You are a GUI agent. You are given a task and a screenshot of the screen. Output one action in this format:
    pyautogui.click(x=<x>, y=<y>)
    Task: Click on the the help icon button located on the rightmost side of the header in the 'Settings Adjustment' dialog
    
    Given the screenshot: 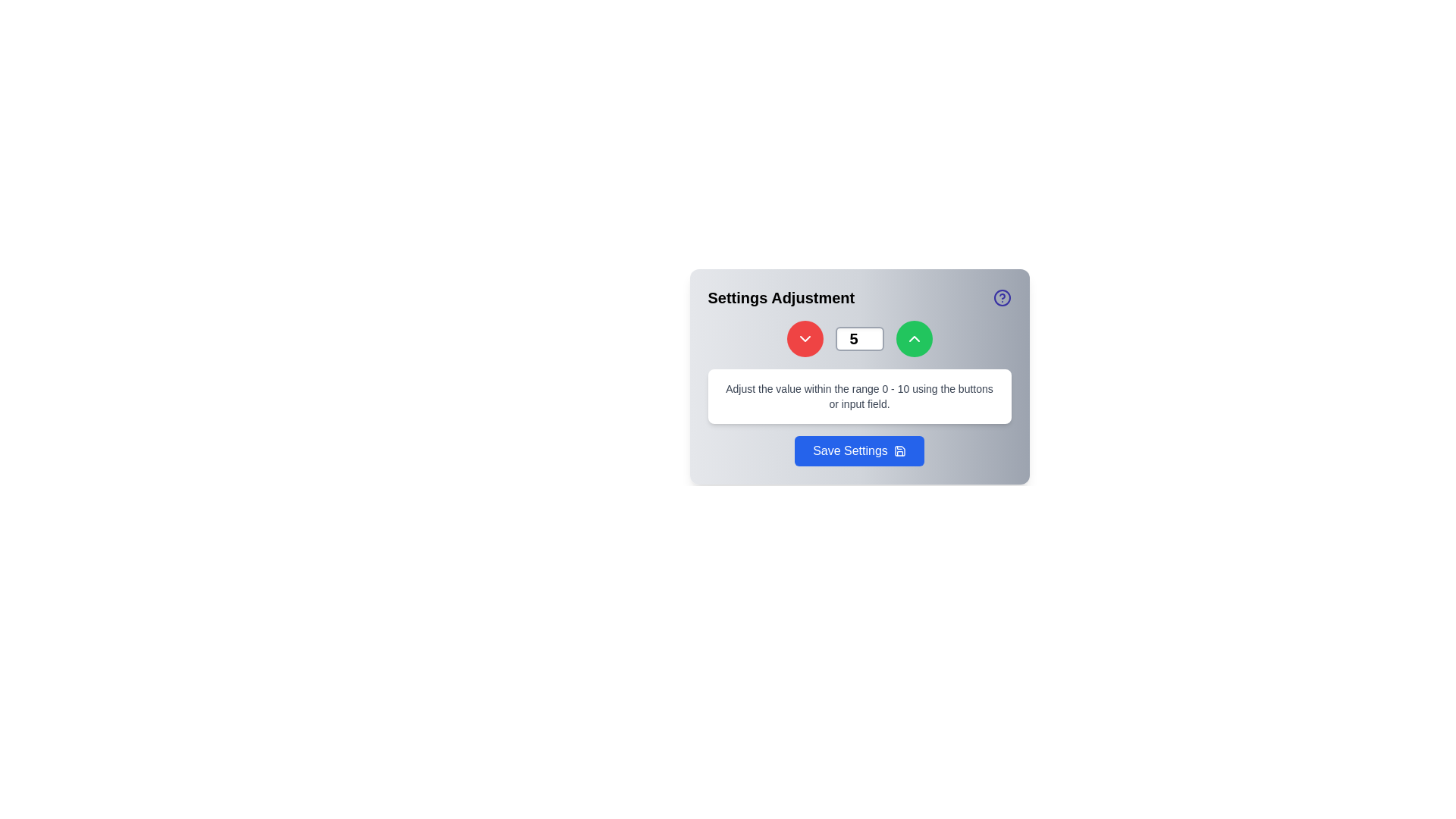 What is the action you would take?
    pyautogui.click(x=1002, y=298)
    